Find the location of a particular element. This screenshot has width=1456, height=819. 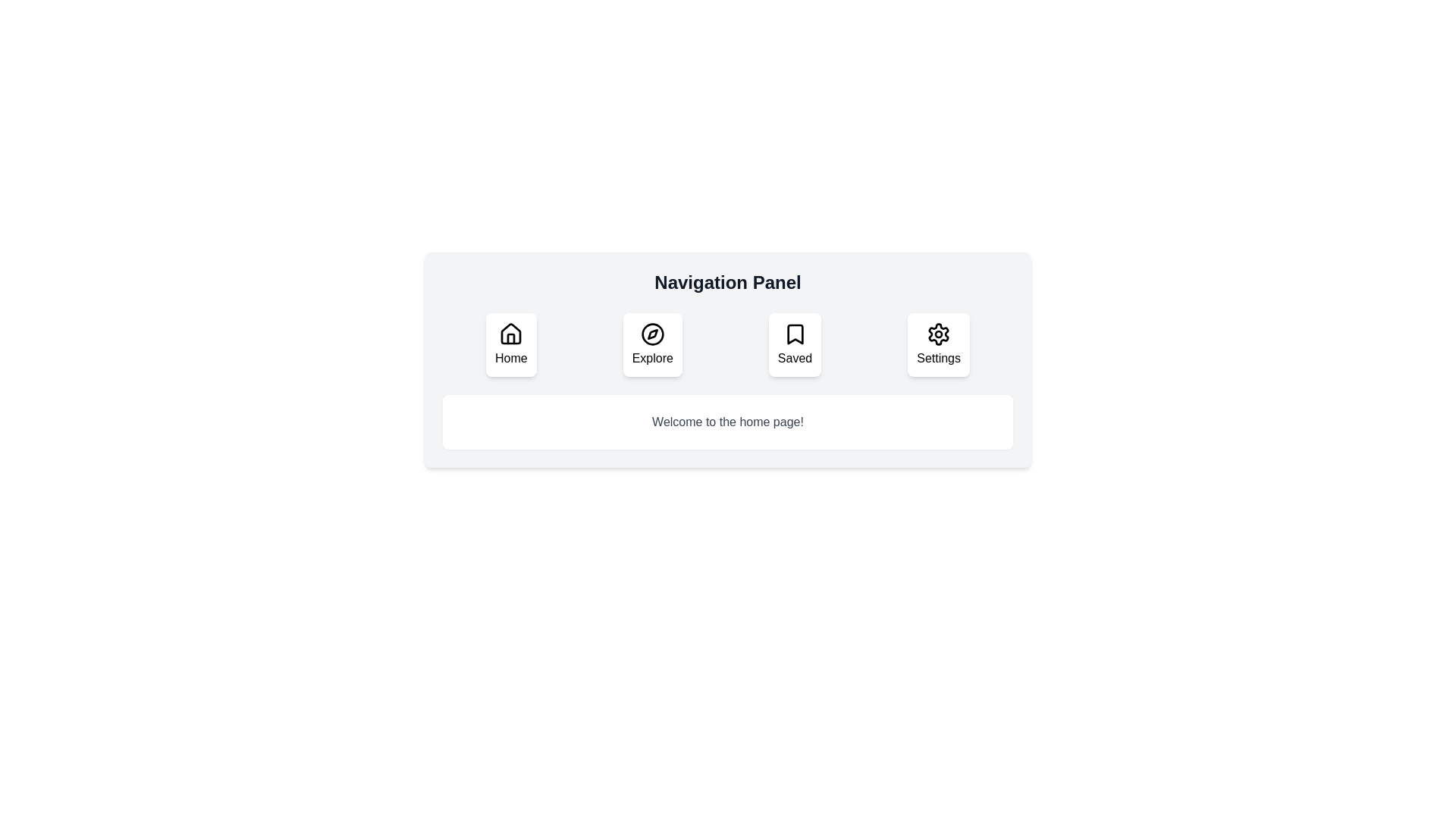

the 'Saved' button, which is a rounded rectangular button with a white background and a black bookmark icon, to observe the hover effect is located at coordinates (794, 345).